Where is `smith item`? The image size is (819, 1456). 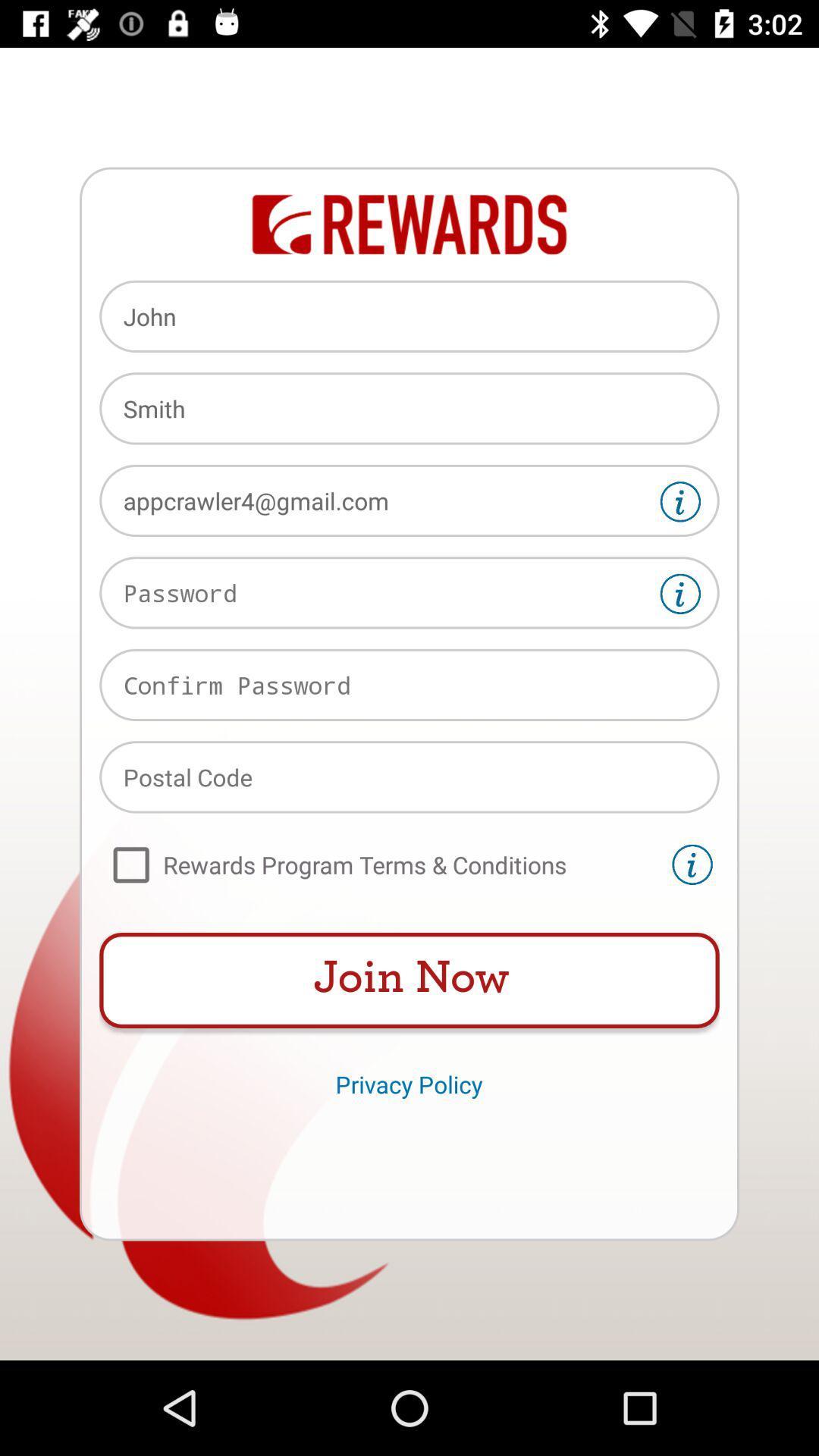 smith item is located at coordinates (409, 408).